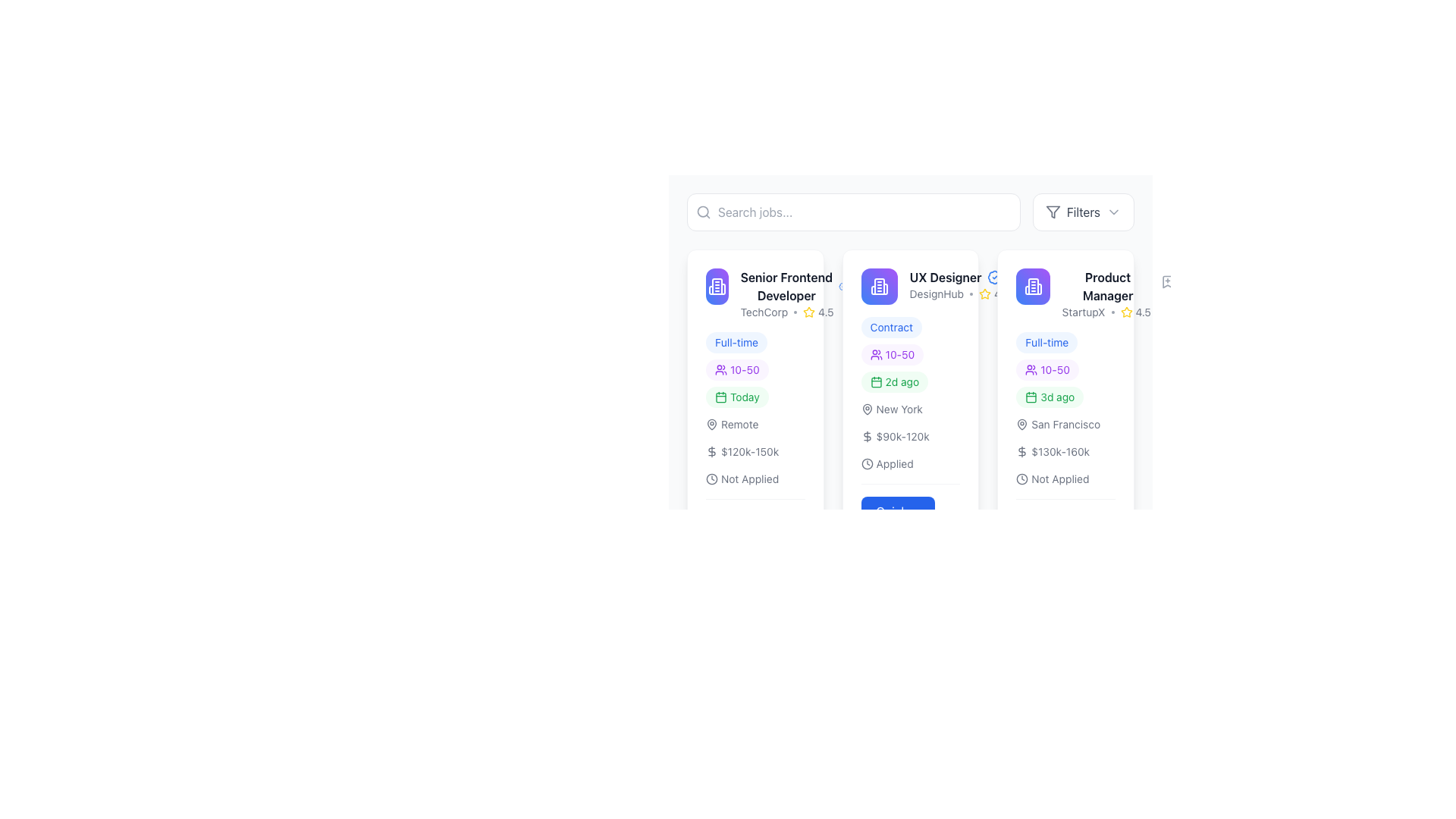 Image resolution: width=1456 pixels, height=819 pixels. What do you see at coordinates (934, 287) in the screenshot?
I see `the header of the job listing, which includes the job title, company name, and rating, located in the middle column of the three-column layout` at bounding box center [934, 287].